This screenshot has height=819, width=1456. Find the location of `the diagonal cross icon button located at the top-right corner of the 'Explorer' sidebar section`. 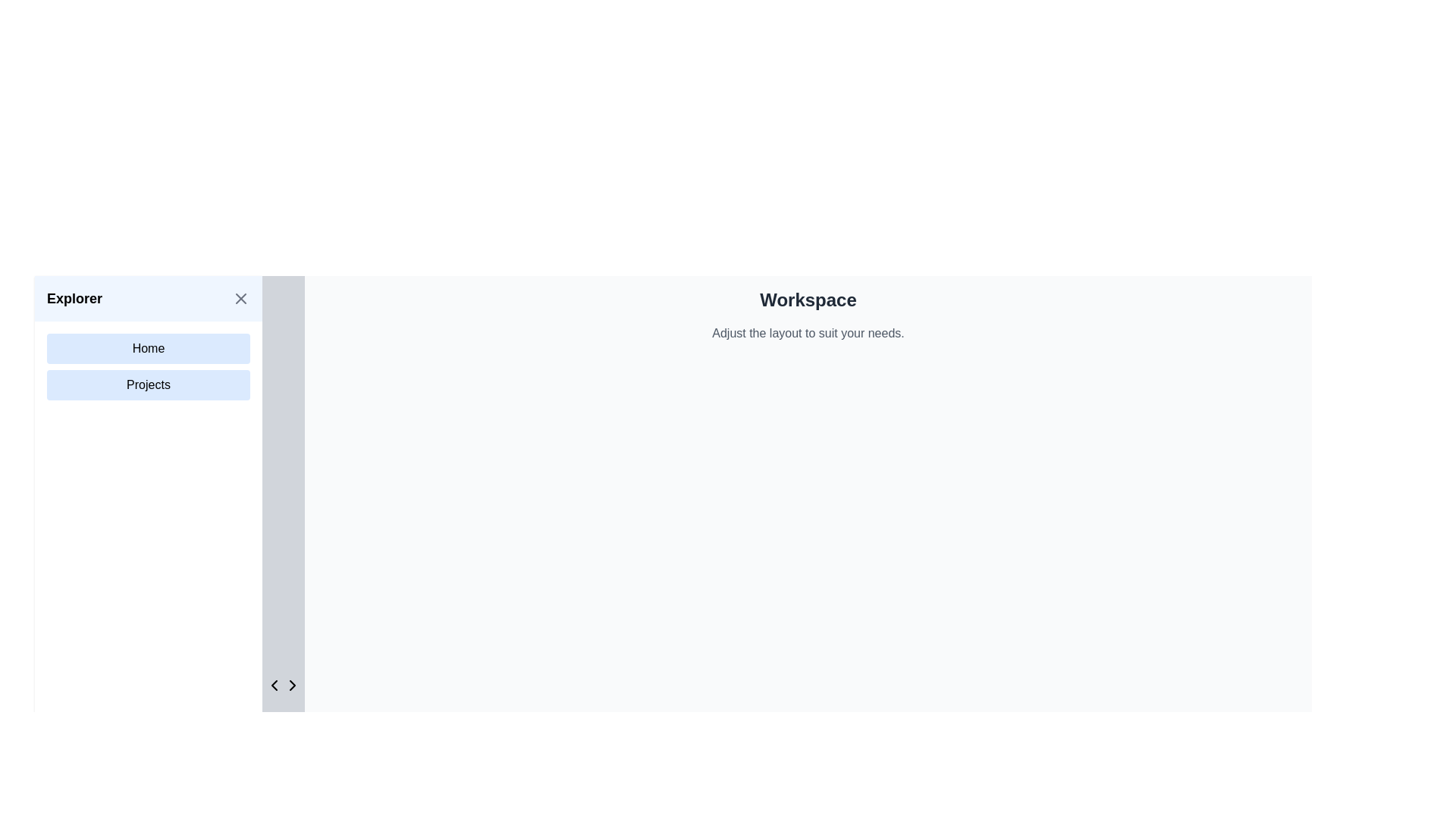

the diagonal cross icon button located at the top-right corner of the 'Explorer' sidebar section is located at coordinates (240, 298).